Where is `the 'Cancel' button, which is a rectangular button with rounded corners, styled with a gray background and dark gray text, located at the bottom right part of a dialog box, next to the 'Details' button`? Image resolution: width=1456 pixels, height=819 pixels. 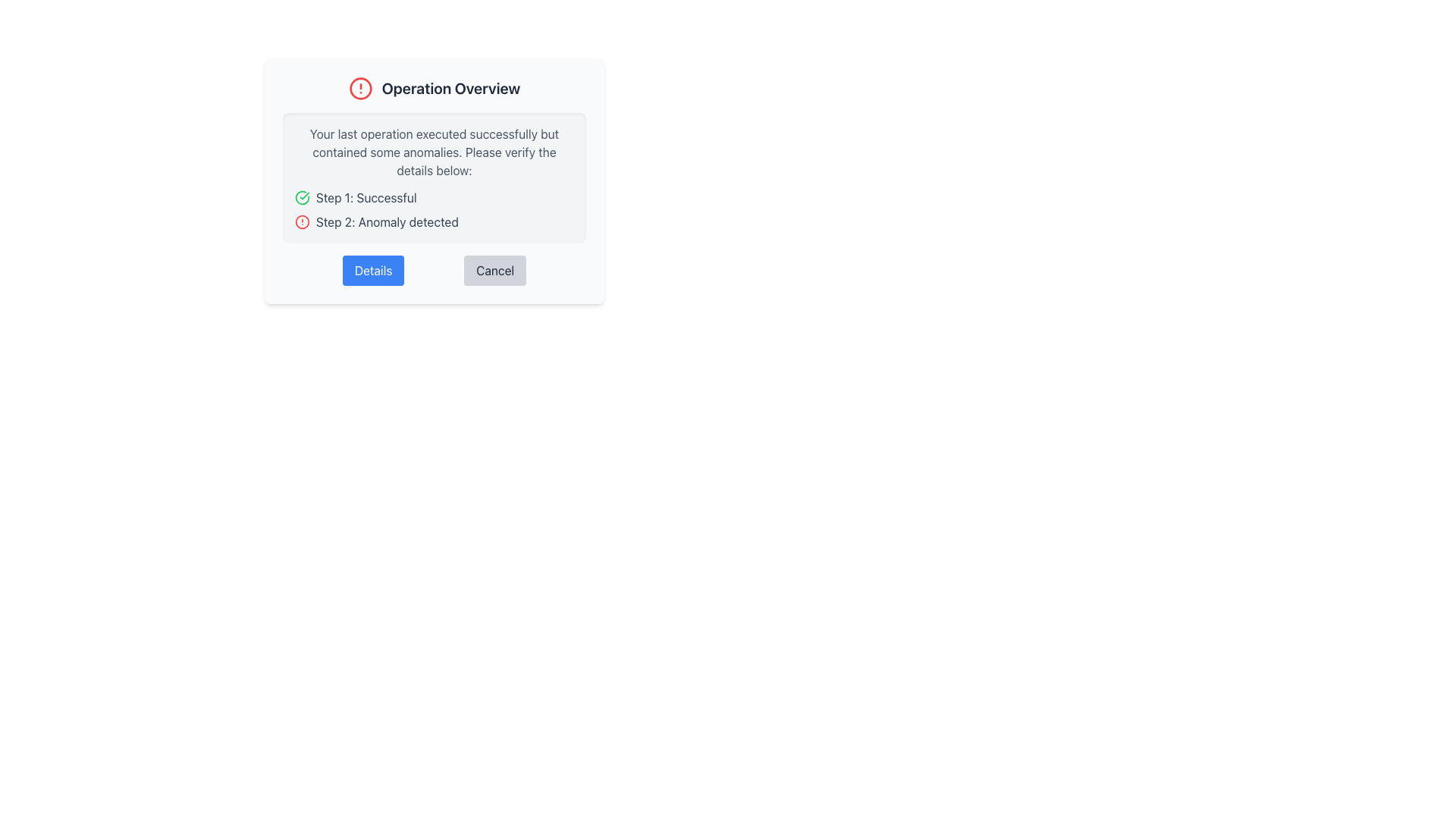 the 'Cancel' button, which is a rectangular button with rounded corners, styled with a gray background and dark gray text, located at the bottom right part of a dialog box, next to the 'Details' button is located at coordinates (495, 270).